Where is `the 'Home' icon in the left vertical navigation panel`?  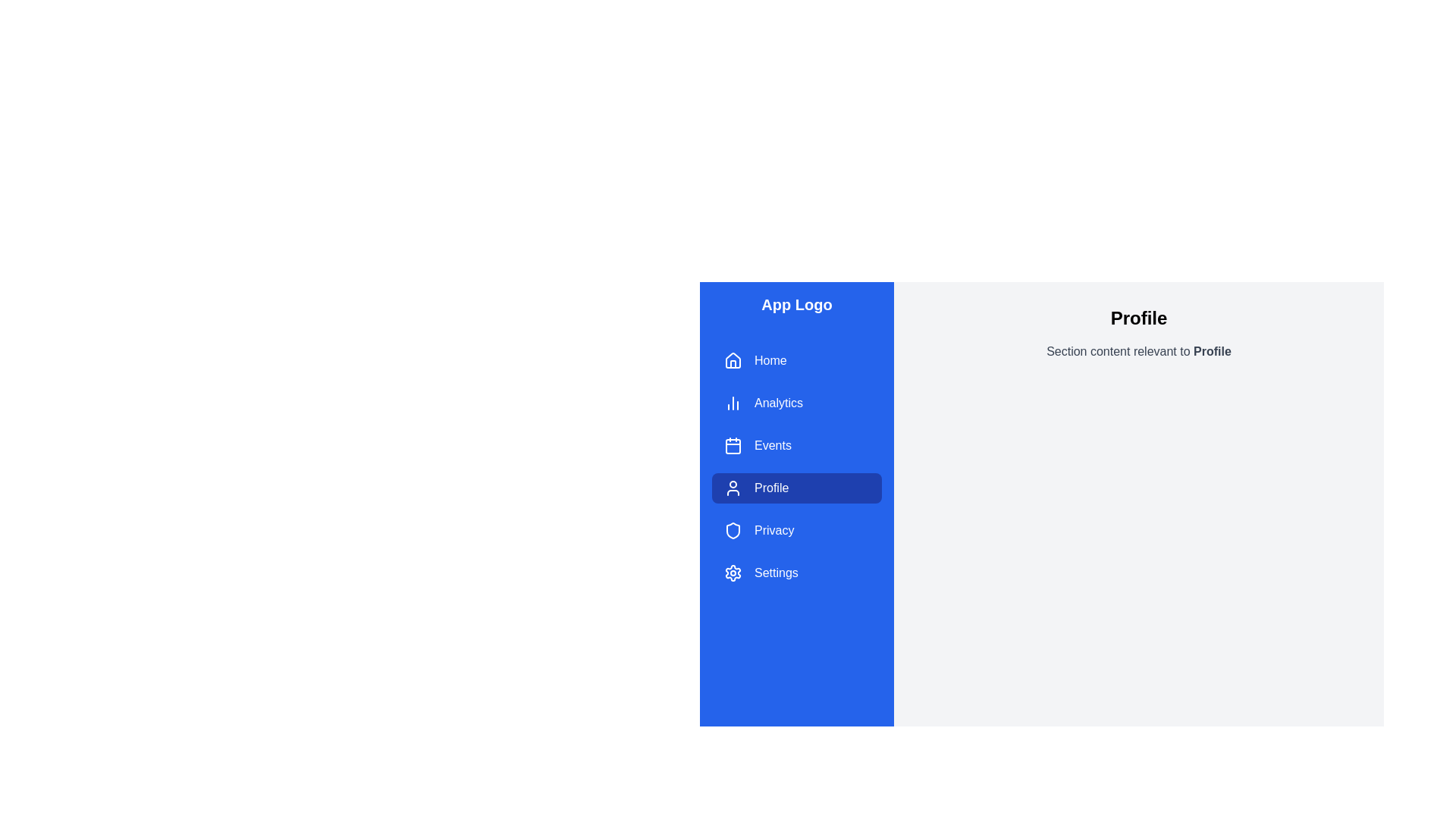 the 'Home' icon in the left vertical navigation panel is located at coordinates (733, 359).